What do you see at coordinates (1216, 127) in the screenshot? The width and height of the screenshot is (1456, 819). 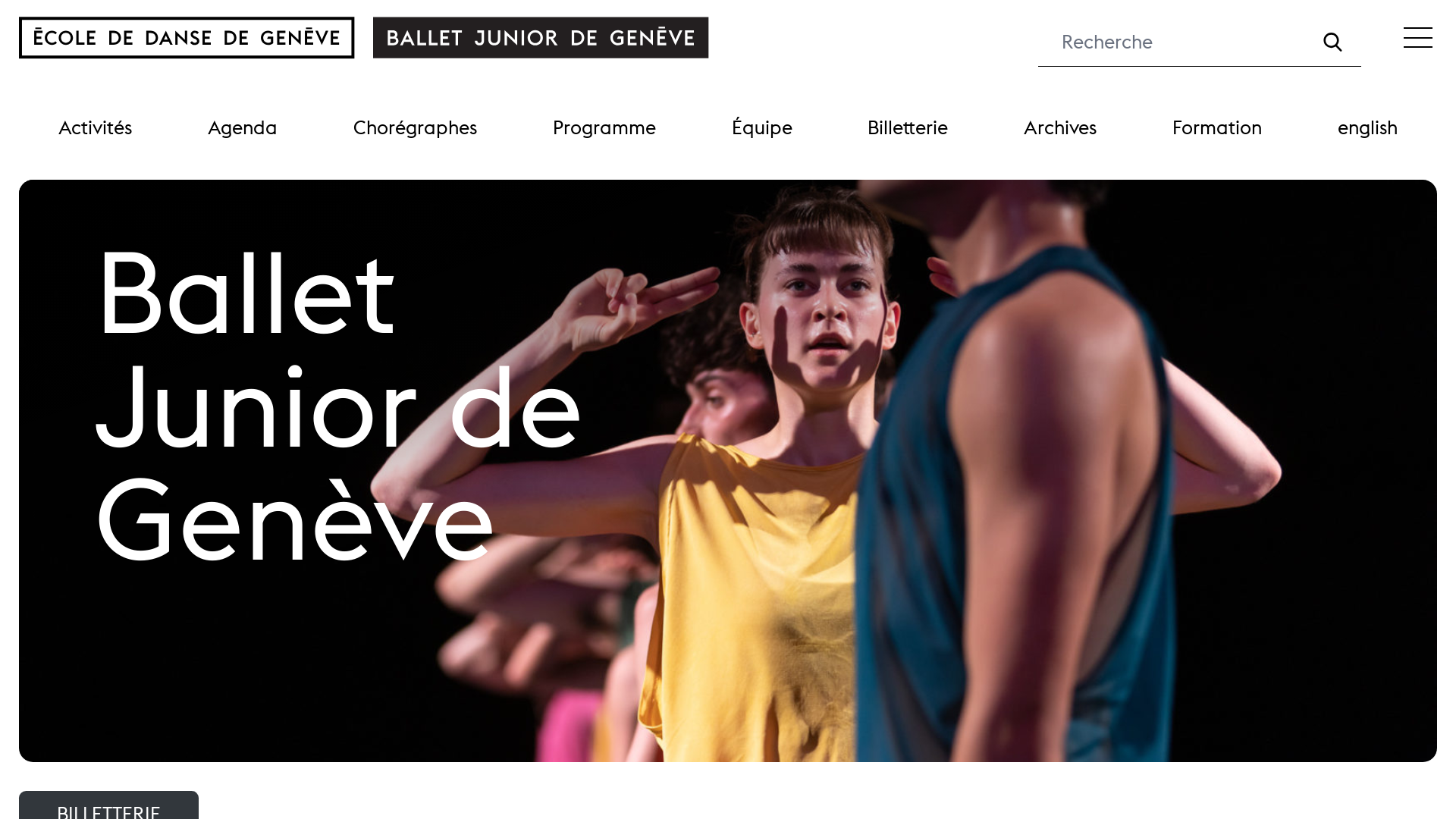 I see `'Formation'` at bounding box center [1216, 127].